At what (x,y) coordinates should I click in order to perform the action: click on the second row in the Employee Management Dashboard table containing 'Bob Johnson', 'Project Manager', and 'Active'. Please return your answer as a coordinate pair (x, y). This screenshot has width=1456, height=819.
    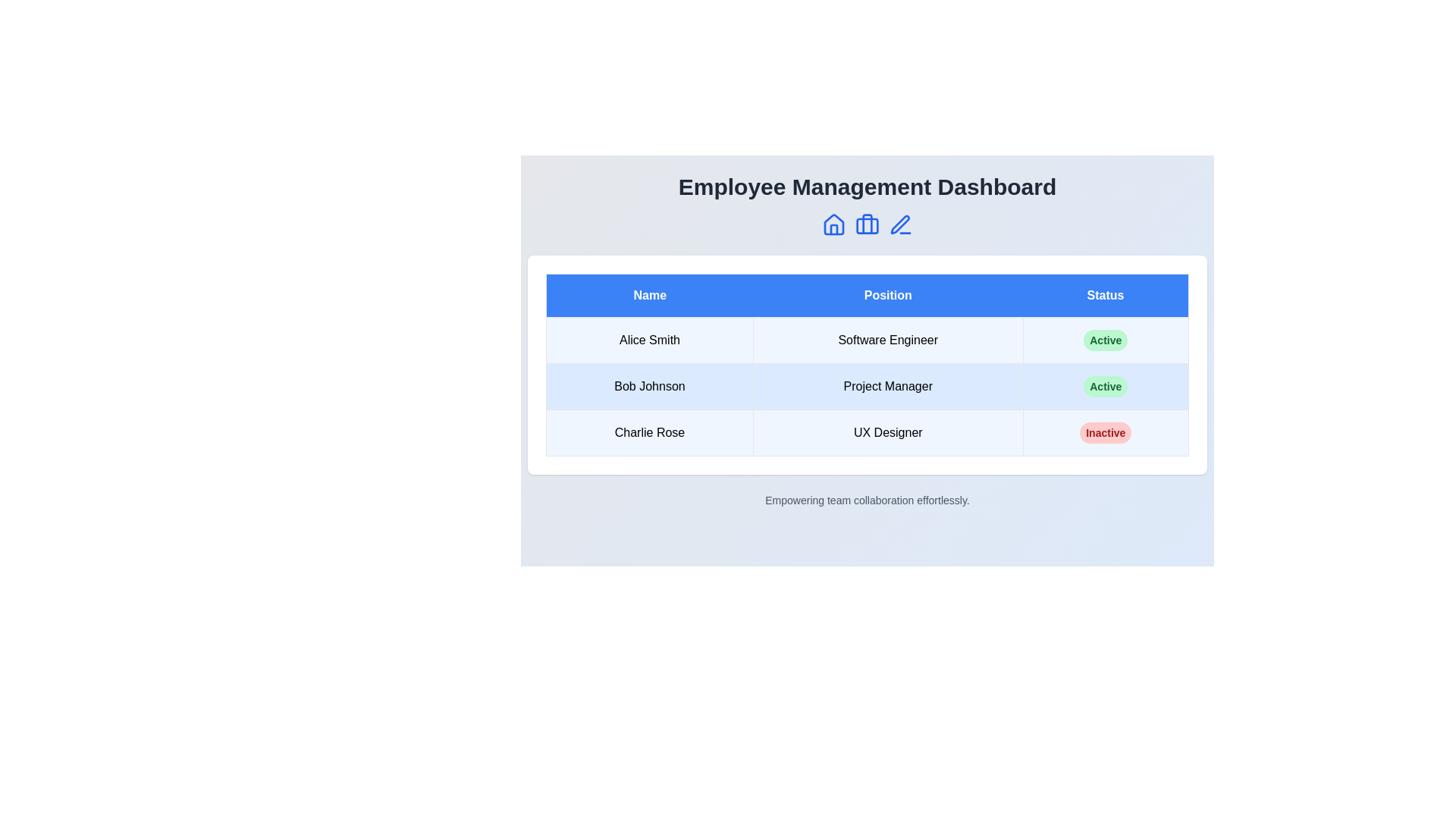
    Looking at the image, I should click on (867, 385).